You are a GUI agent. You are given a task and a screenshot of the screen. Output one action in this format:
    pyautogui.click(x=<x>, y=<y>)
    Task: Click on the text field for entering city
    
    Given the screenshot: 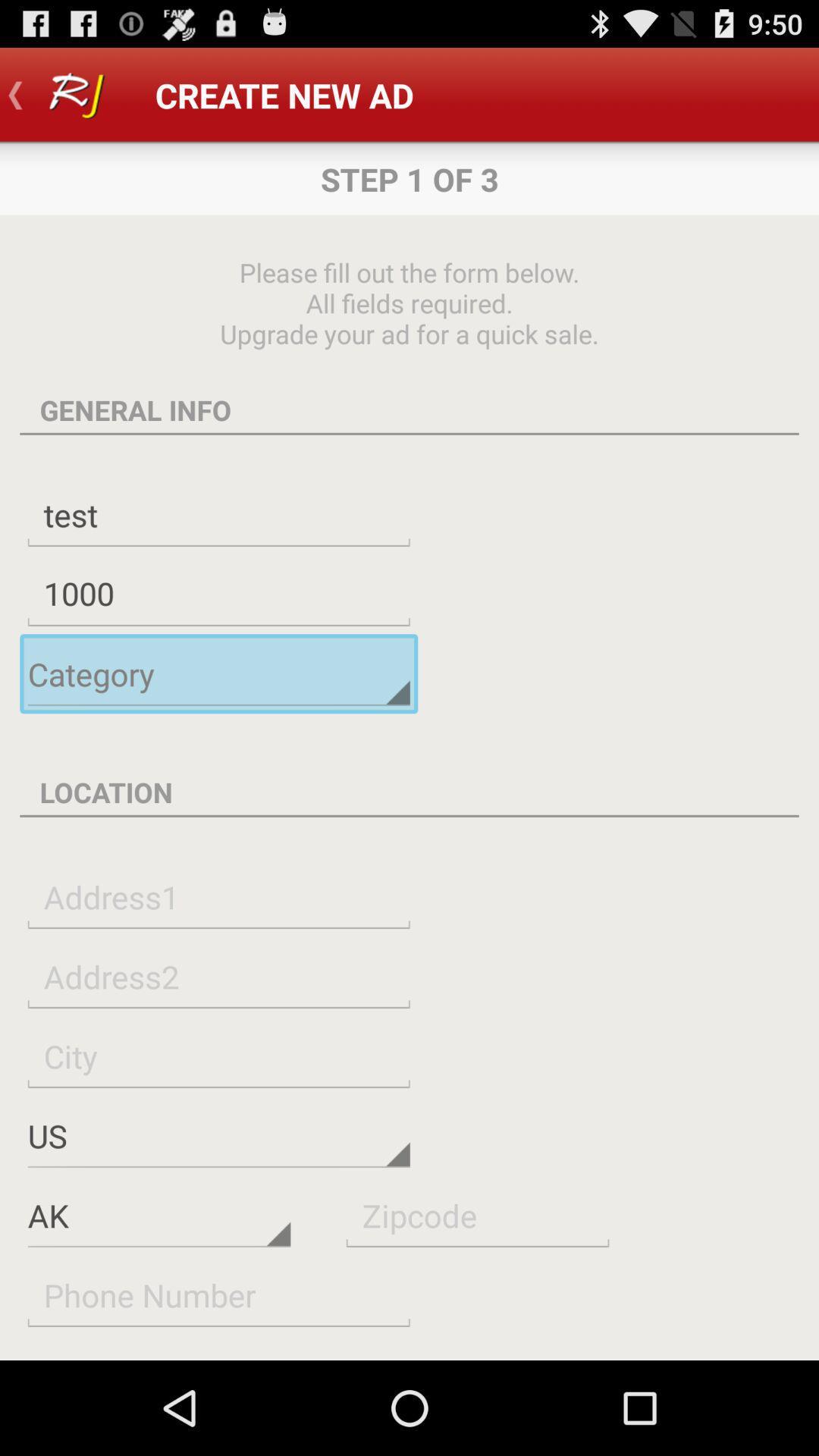 What is the action you would take?
    pyautogui.click(x=218, y=1055)
    